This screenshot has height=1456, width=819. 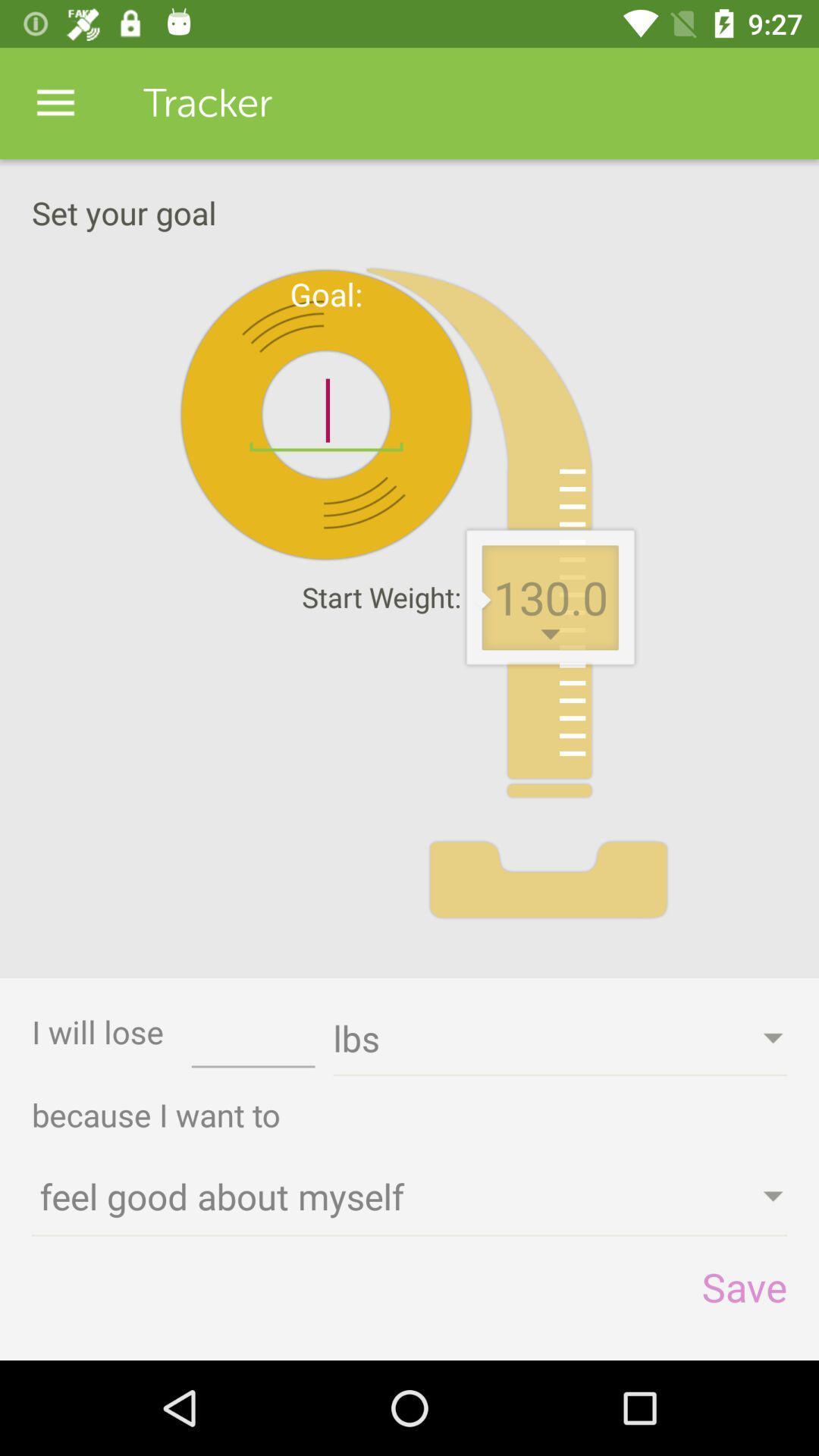 I want to click on the item above because i want item, so click(x=253, y=1043).